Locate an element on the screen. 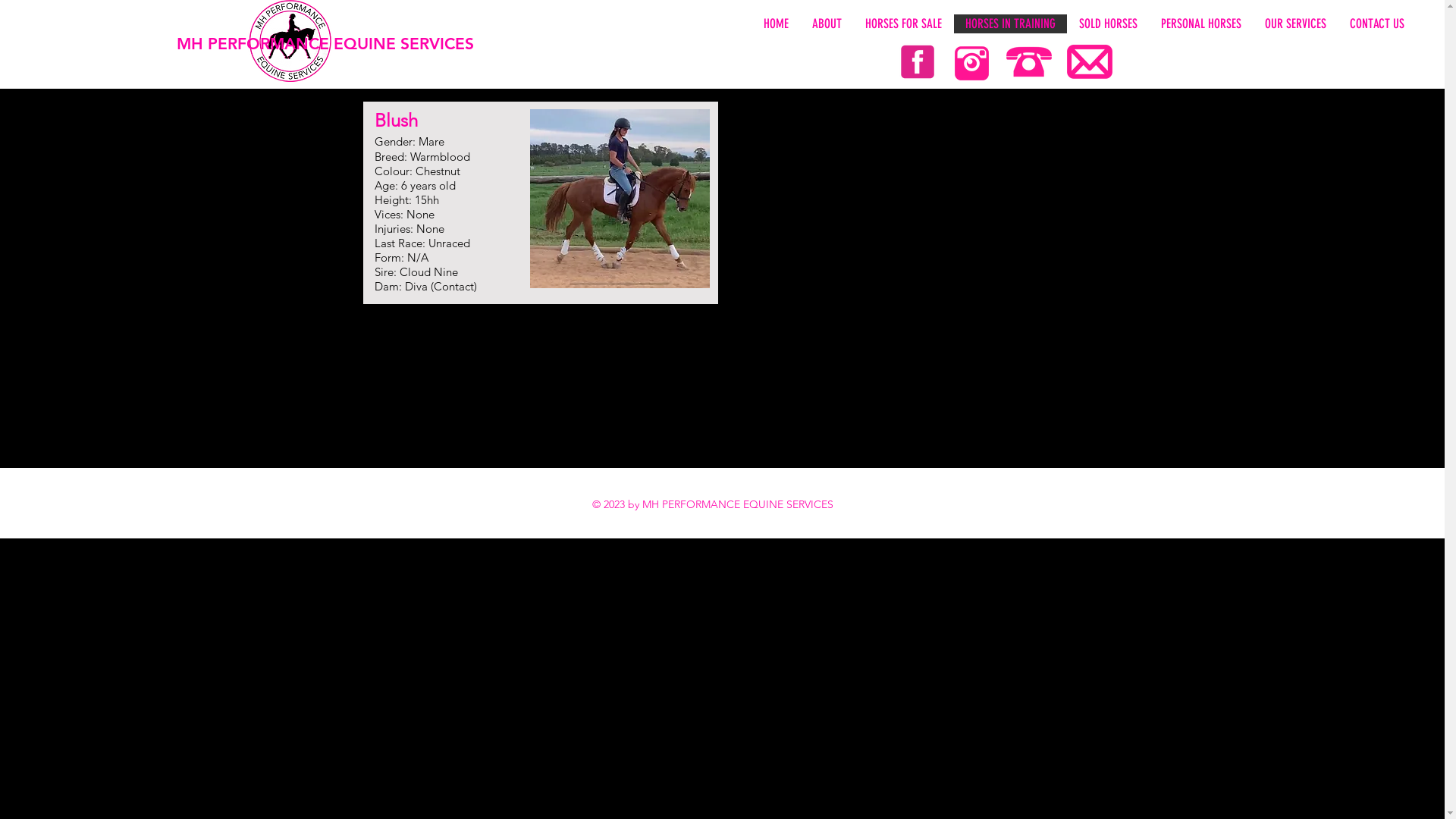 This screenshot has width=1456, height=819. 'LOGO%20WHITE_edited.png' is located at coordinates (290, 40).